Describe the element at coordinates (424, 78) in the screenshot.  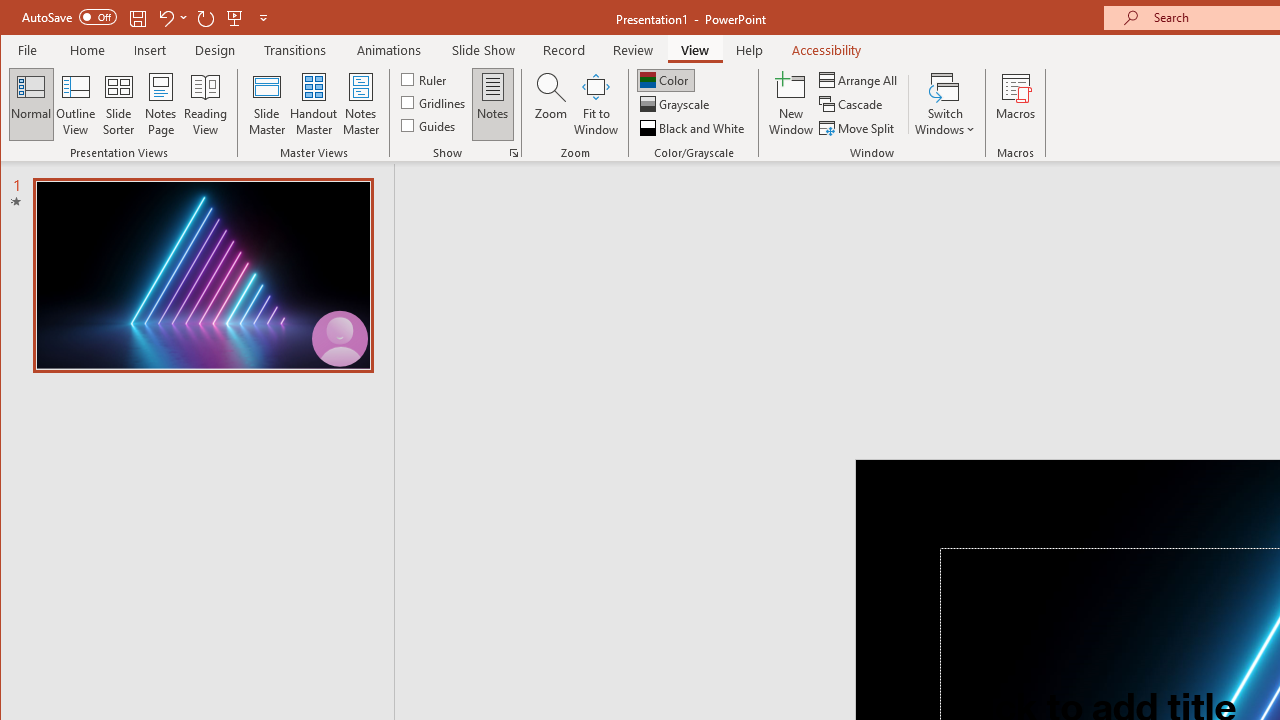
I see `'Ruler'` at that location.